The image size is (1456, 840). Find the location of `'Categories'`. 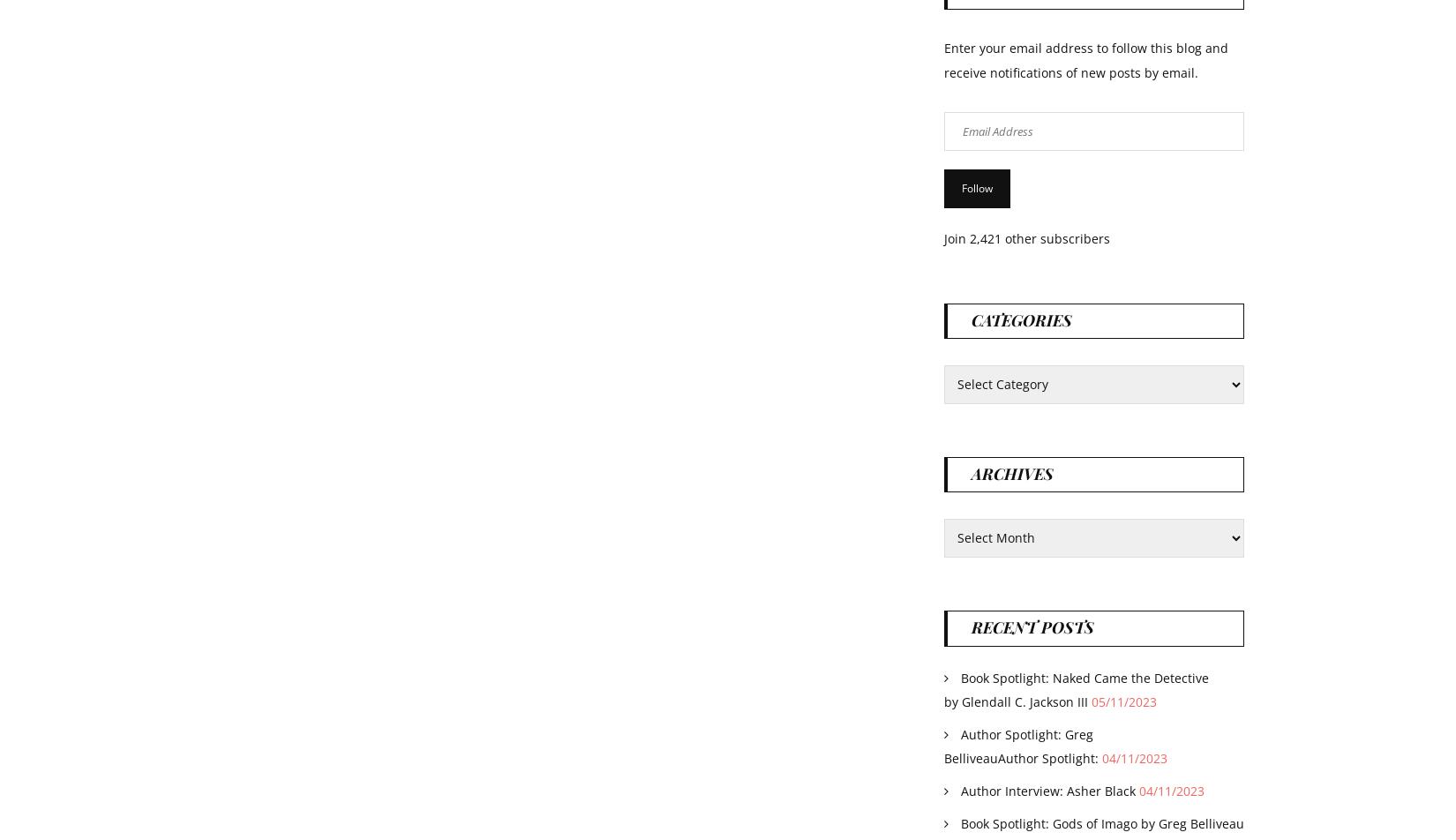

'Categories' is located at coordinates (972, 319).